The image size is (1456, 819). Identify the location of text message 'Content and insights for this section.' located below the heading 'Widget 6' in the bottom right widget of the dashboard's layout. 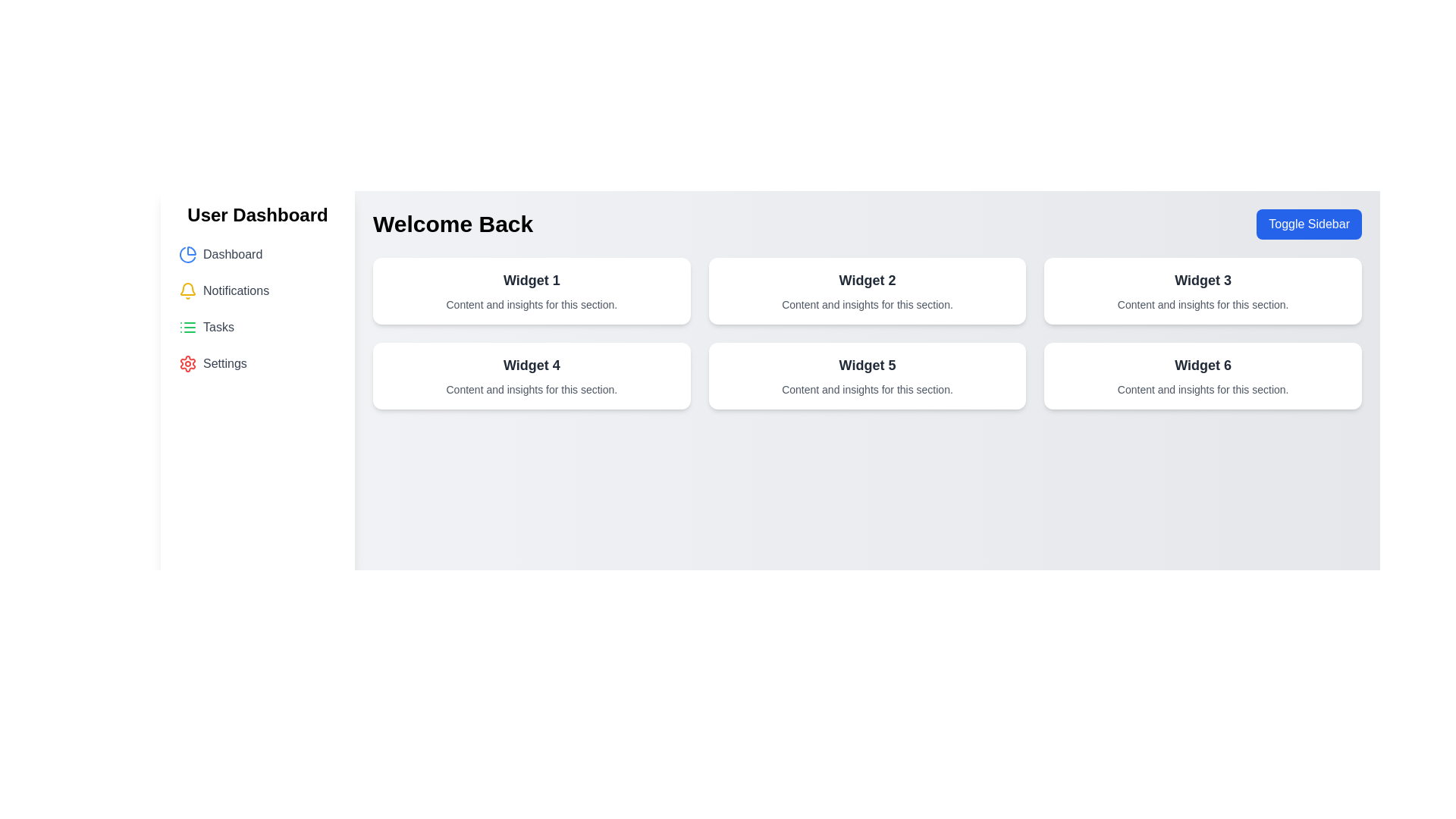
(1202, 388).